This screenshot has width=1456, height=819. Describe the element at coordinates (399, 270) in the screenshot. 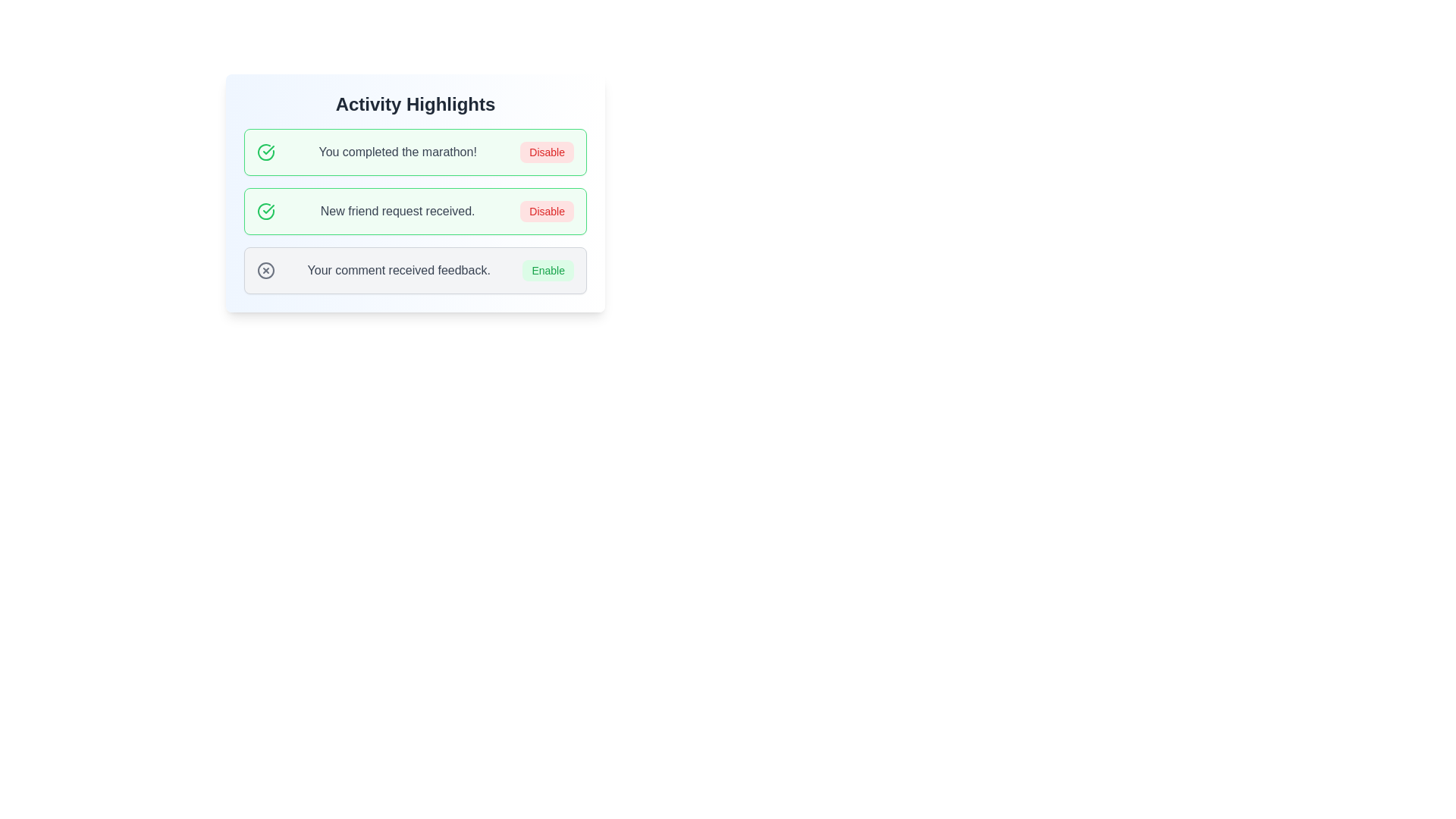

I see `the static text notification in the third row of 'Activity Highlights', which informs the user about feedback on their comment, located to the left of the 'Enable' button` at that location.